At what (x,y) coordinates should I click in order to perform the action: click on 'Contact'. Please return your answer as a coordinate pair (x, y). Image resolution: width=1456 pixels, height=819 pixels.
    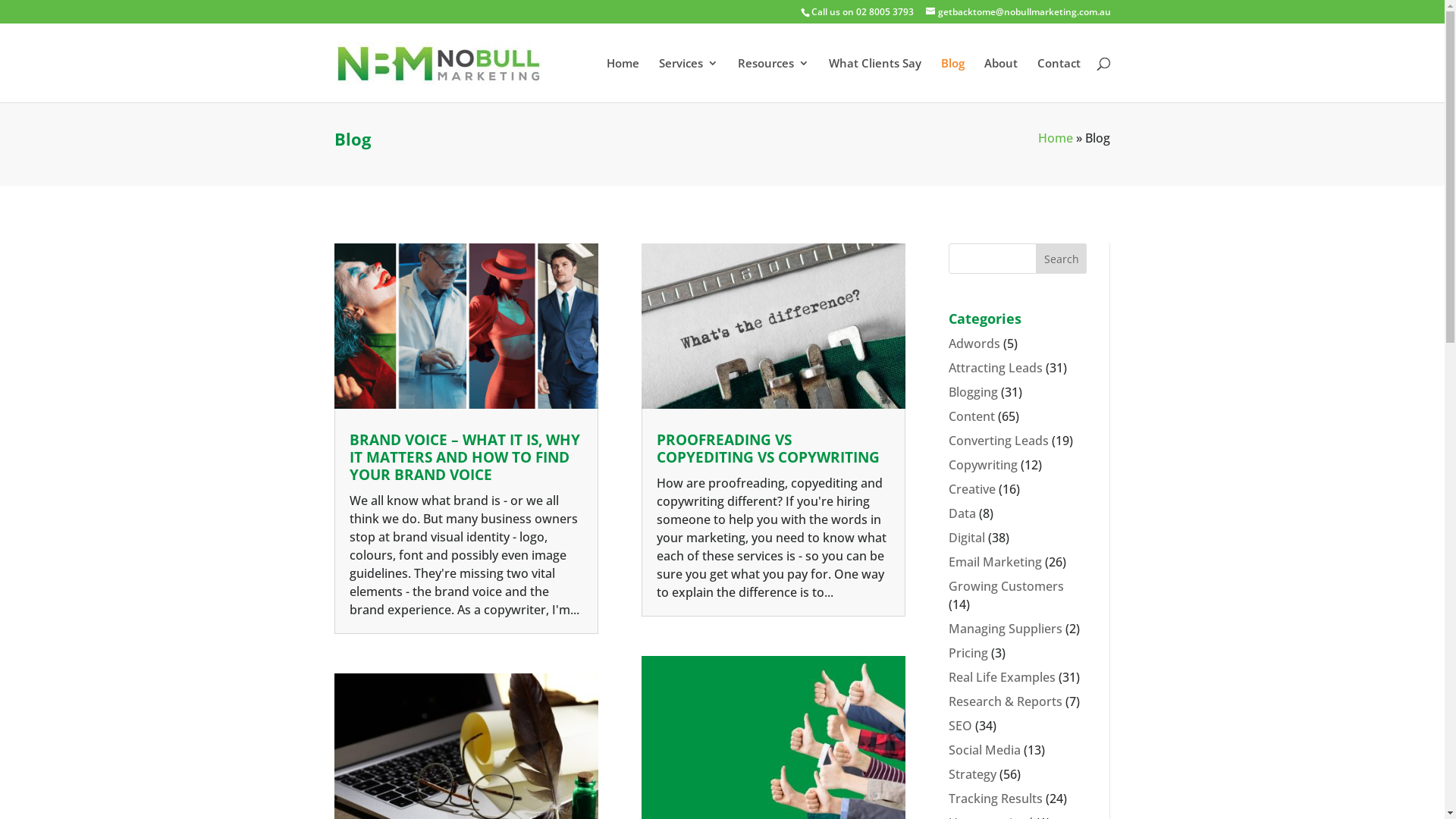
    Looking at the image, I should click on (1058, 80).